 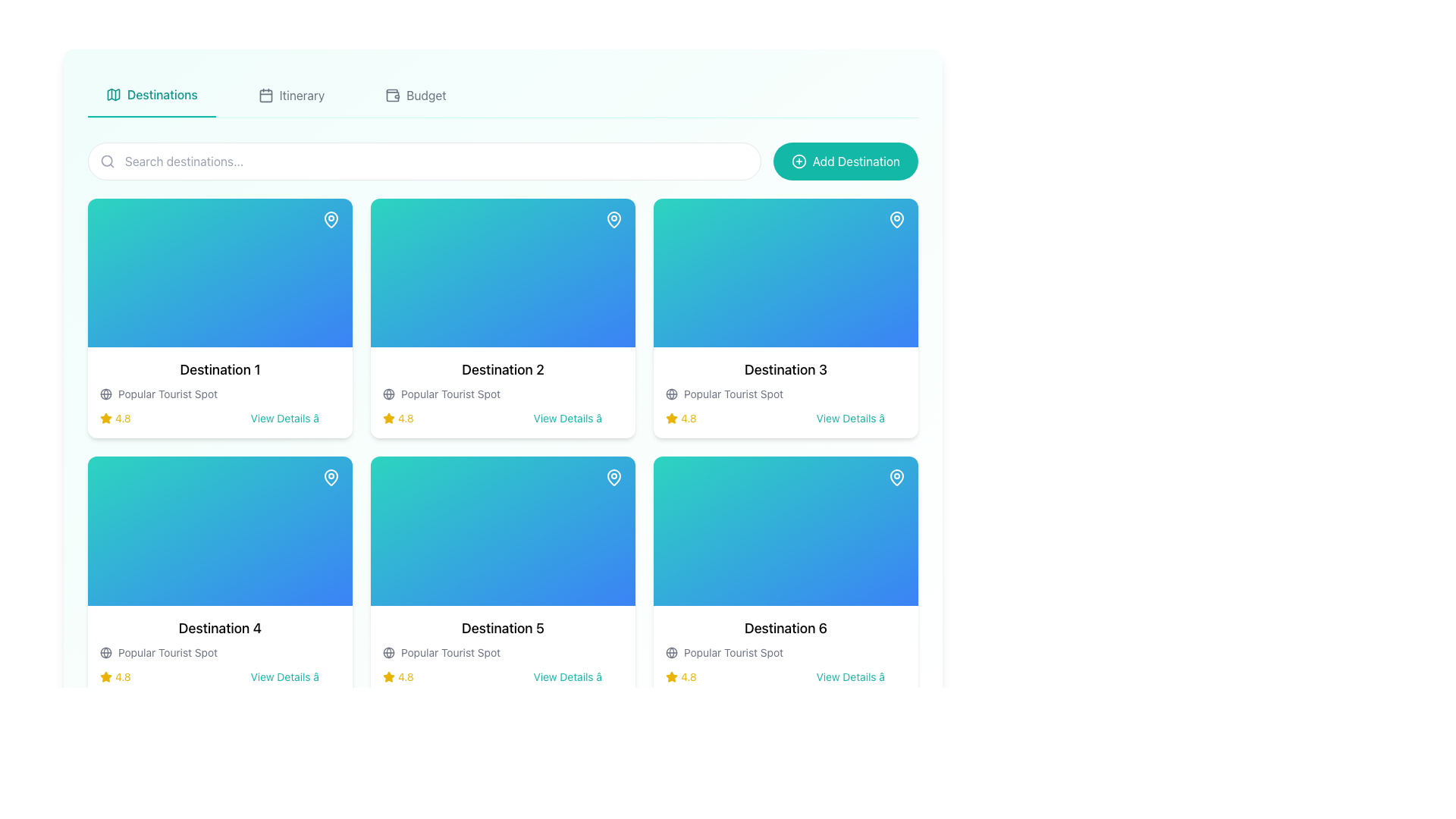 I want to click on the map pin icon located at the top-right corner of the card labeled 'Destination 3', which is a minimalist design filled with white and outlined in blue, so click(x=896, y=219).